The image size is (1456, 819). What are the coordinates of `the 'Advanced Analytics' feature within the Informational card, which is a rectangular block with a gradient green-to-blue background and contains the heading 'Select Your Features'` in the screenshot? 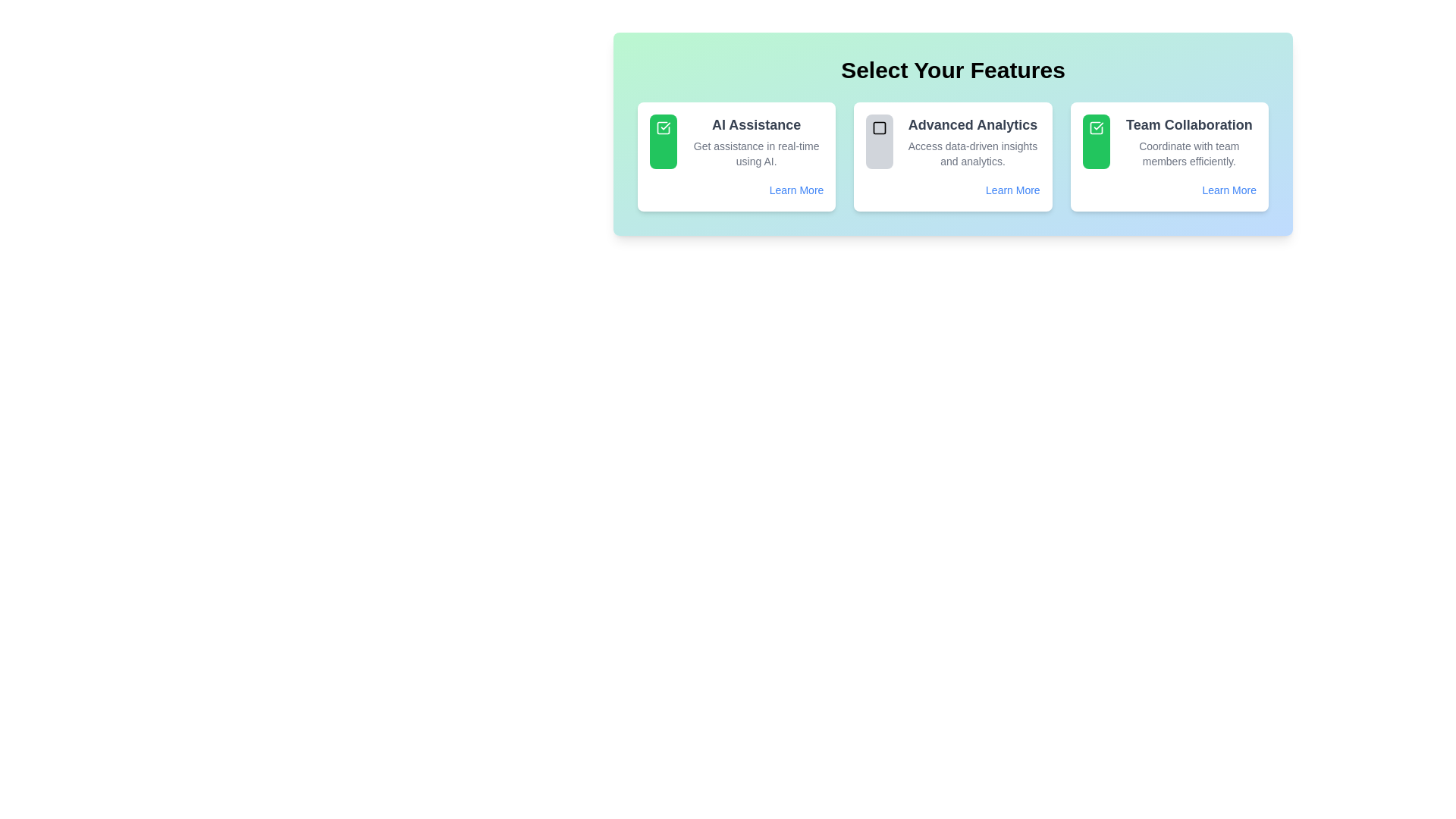 It's located at (952, 133).